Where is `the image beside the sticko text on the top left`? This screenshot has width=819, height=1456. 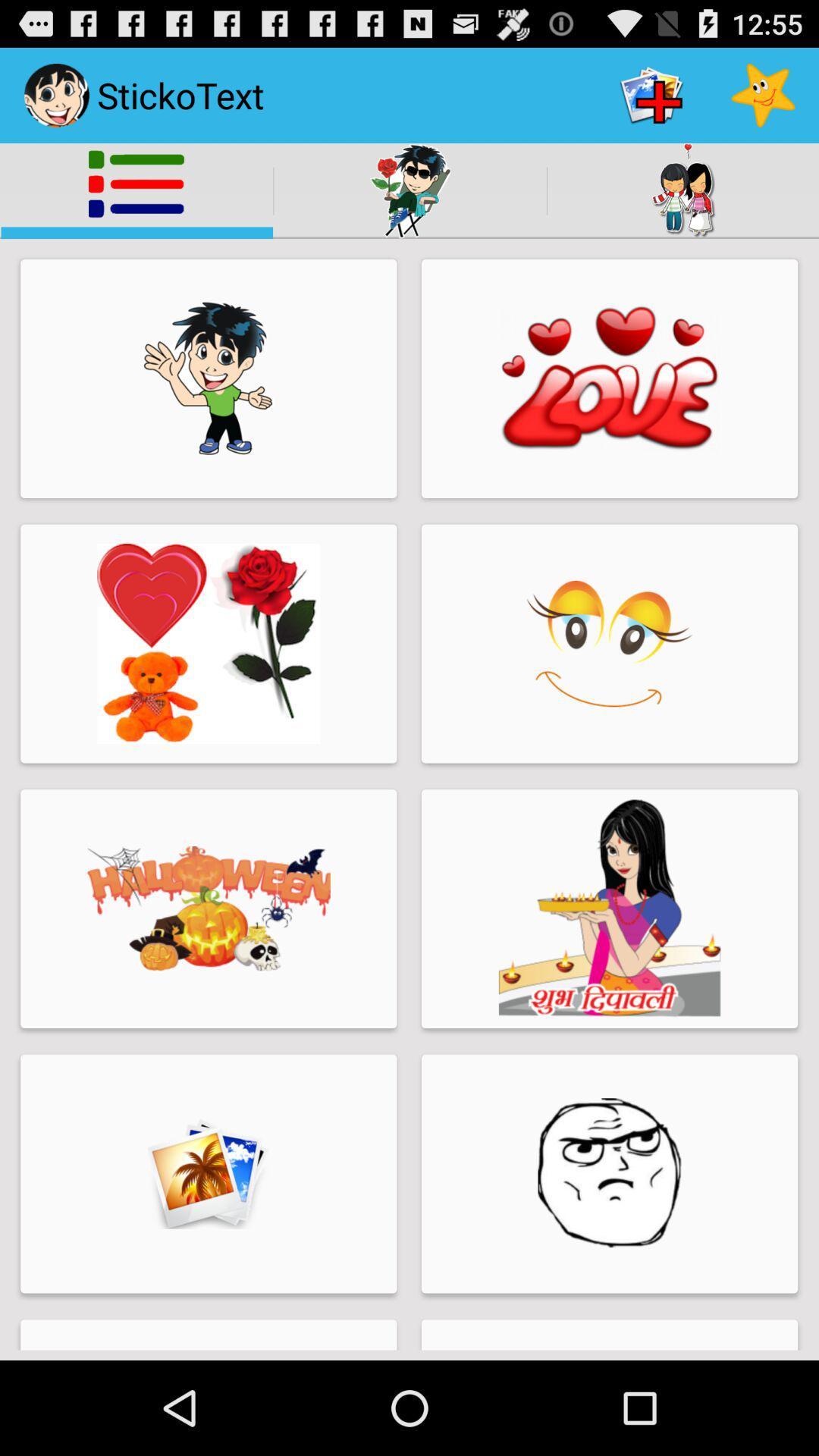
the image beside the sticko text on the top left is located at coordinates (55, 94).